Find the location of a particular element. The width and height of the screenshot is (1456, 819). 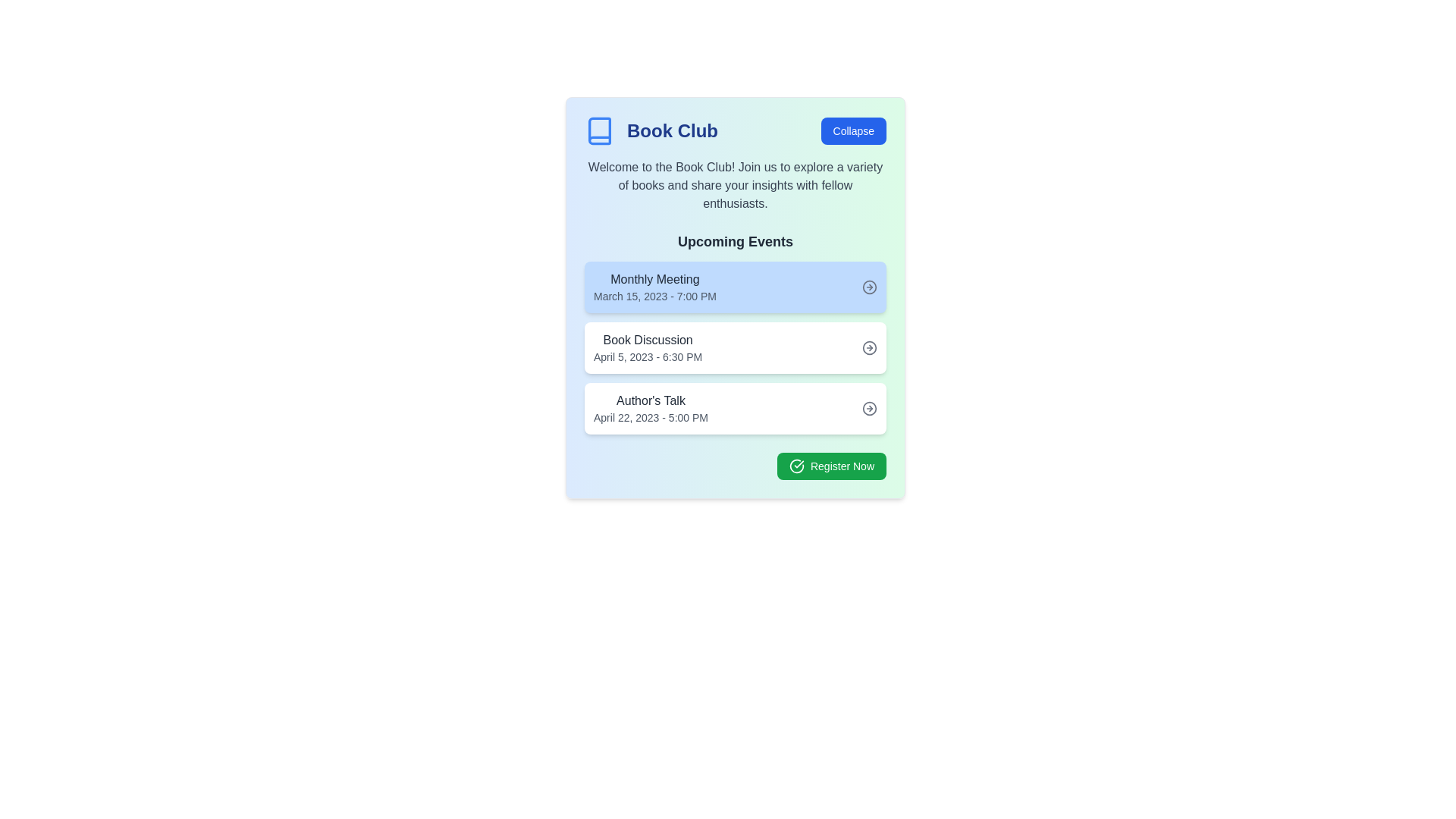

the welcoming message text for the Book Club, which is located below the 'Book Club' title and above the 'Upcoming Events' section is located at coordinates (735, 185).